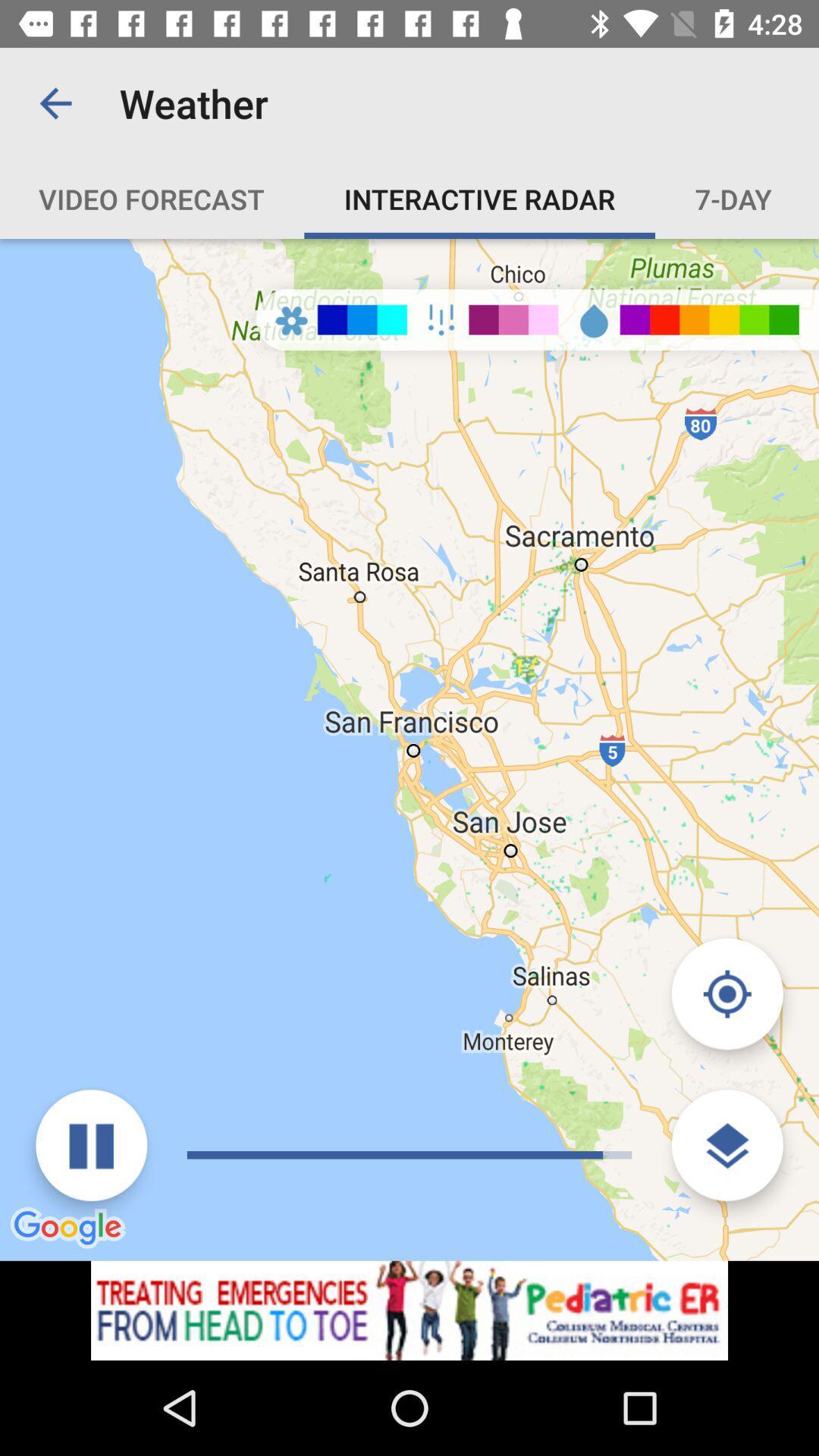 The image size is (819, 1456). I want to click on stop button, so click(91, 1145).